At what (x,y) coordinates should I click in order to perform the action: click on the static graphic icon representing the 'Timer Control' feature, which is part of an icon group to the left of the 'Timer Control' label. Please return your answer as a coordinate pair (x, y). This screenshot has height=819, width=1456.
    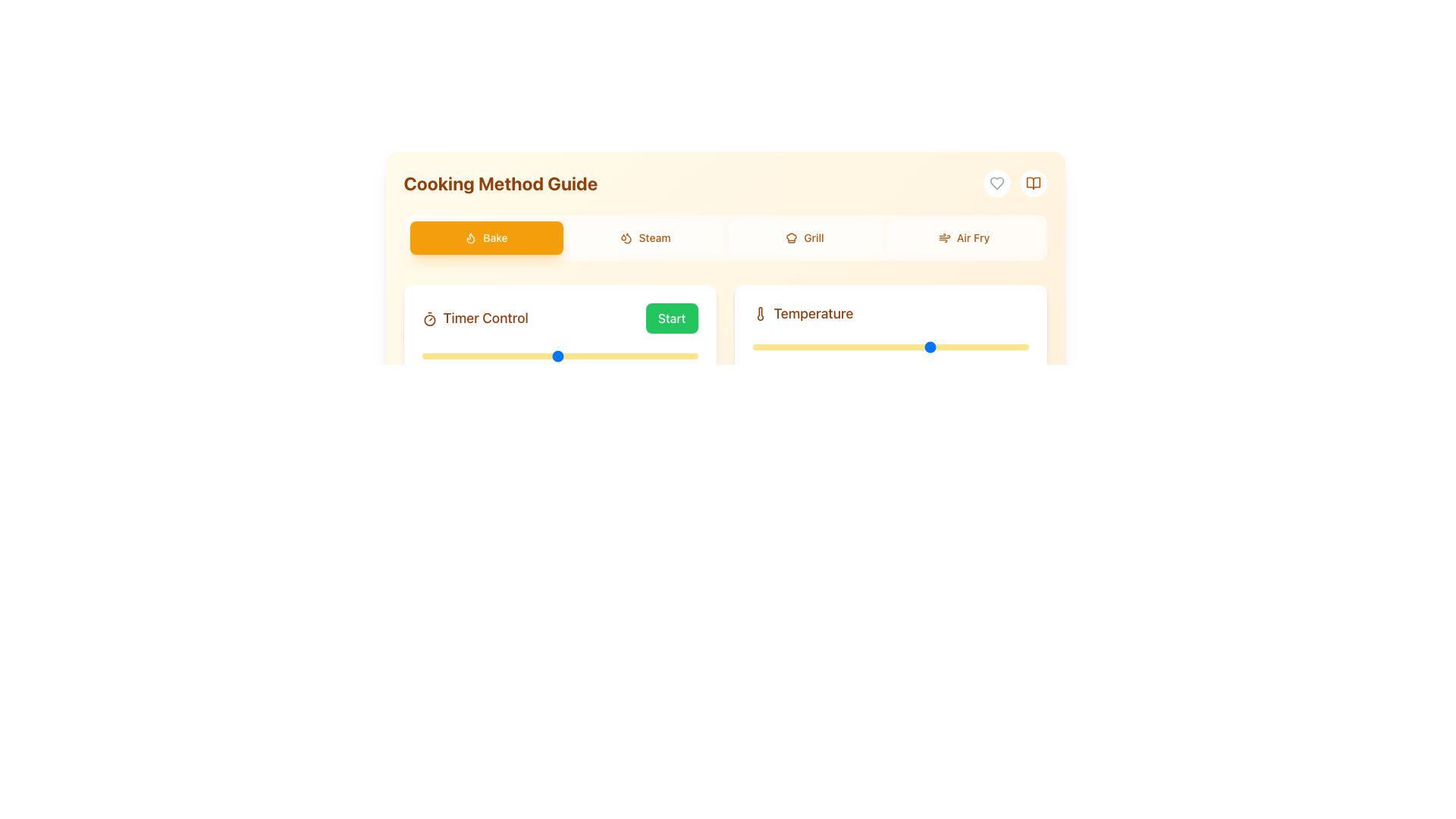
    Looking at the image, I should click on (428, 319).